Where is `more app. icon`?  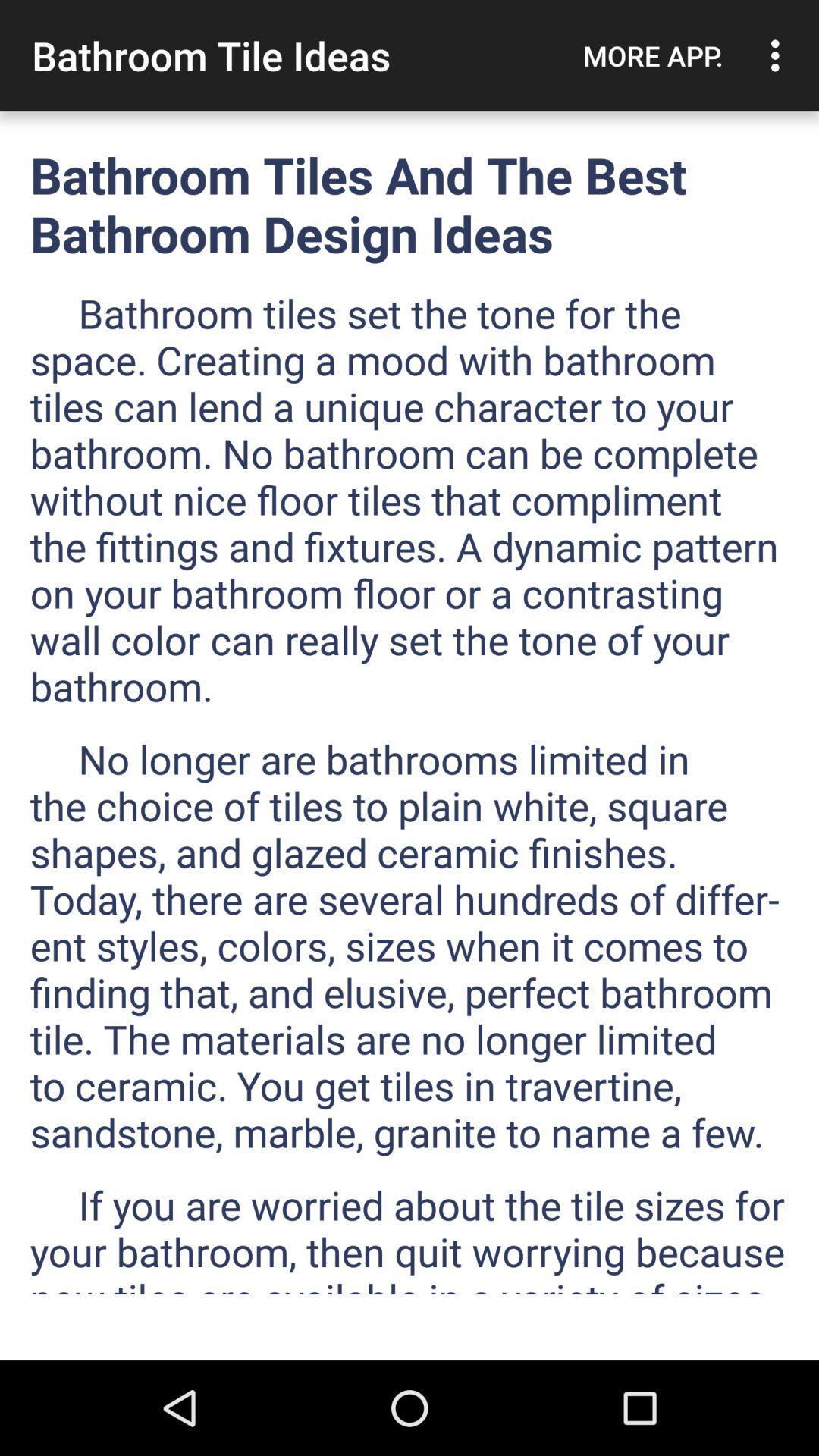
more app. icon is located at coordinates (652, 55).